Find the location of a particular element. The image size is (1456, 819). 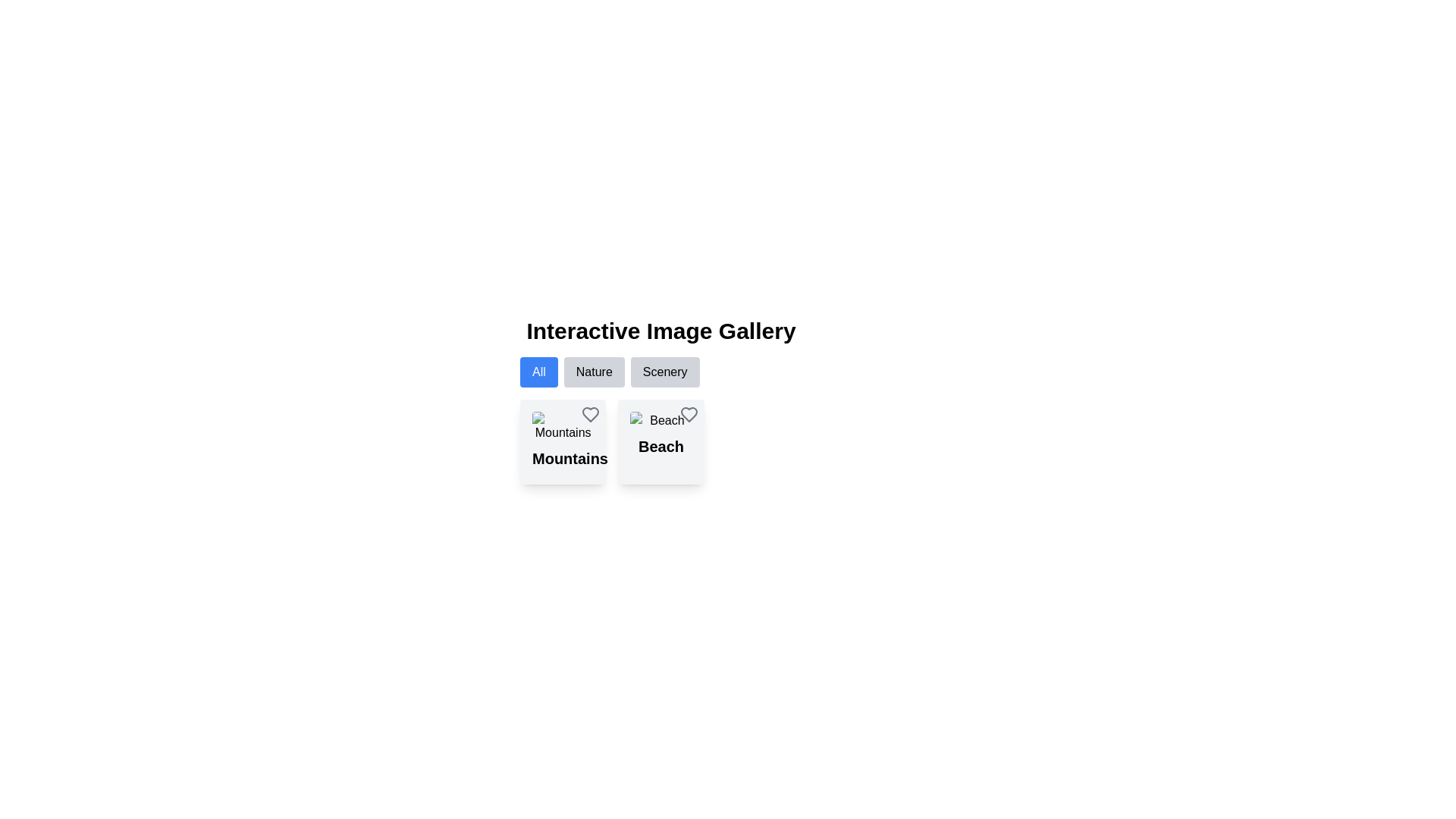

the 'Scenery' button, which is the third button in a horizontal row below the 'Interactive Image Gallery', to apply the scenery filter is located at coordinates (665, 372).